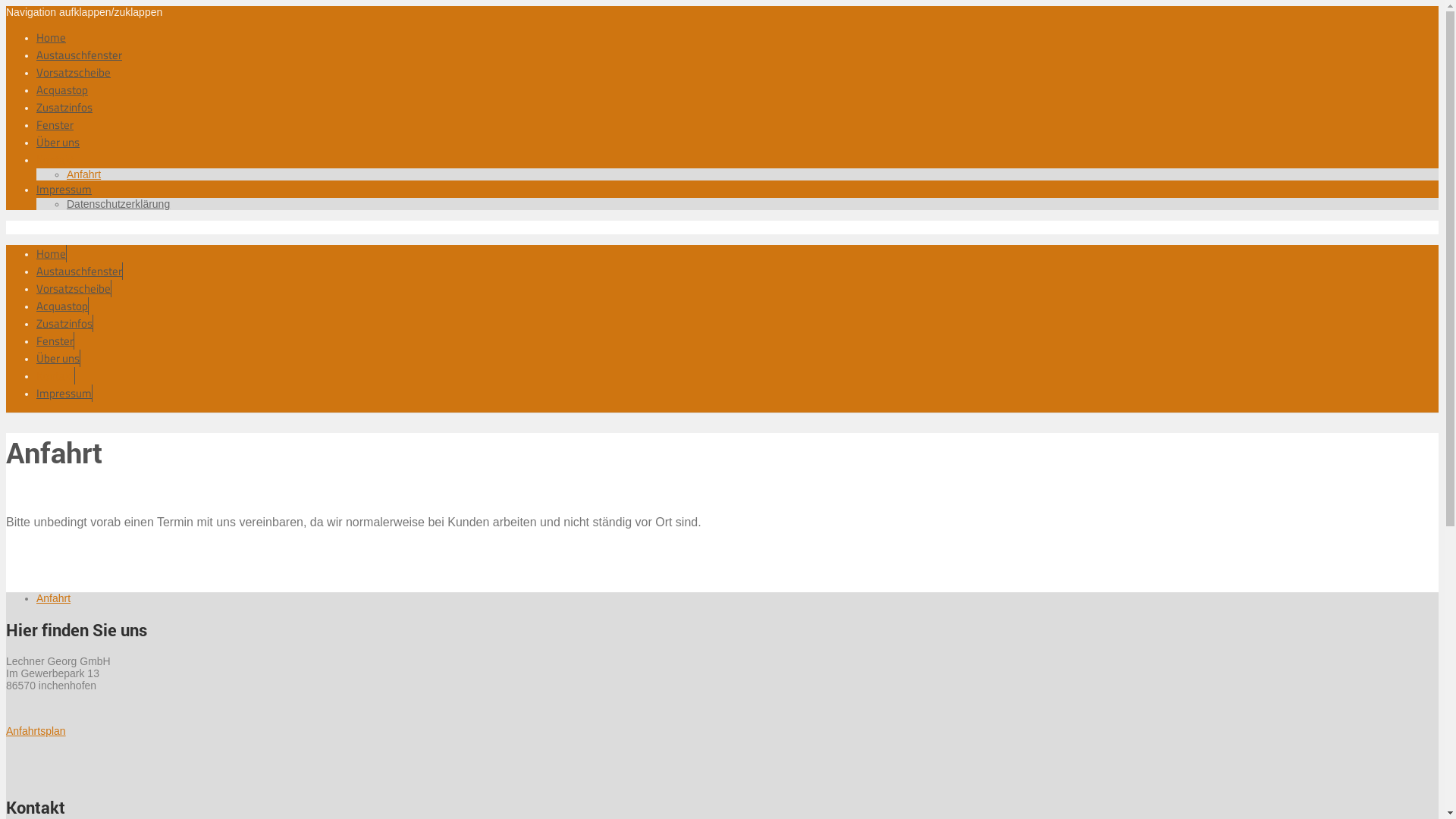  What do you see at coordinates (61, 306) in the screenshot?
I see `'Acquastop'` at bounding box center [61, 306].